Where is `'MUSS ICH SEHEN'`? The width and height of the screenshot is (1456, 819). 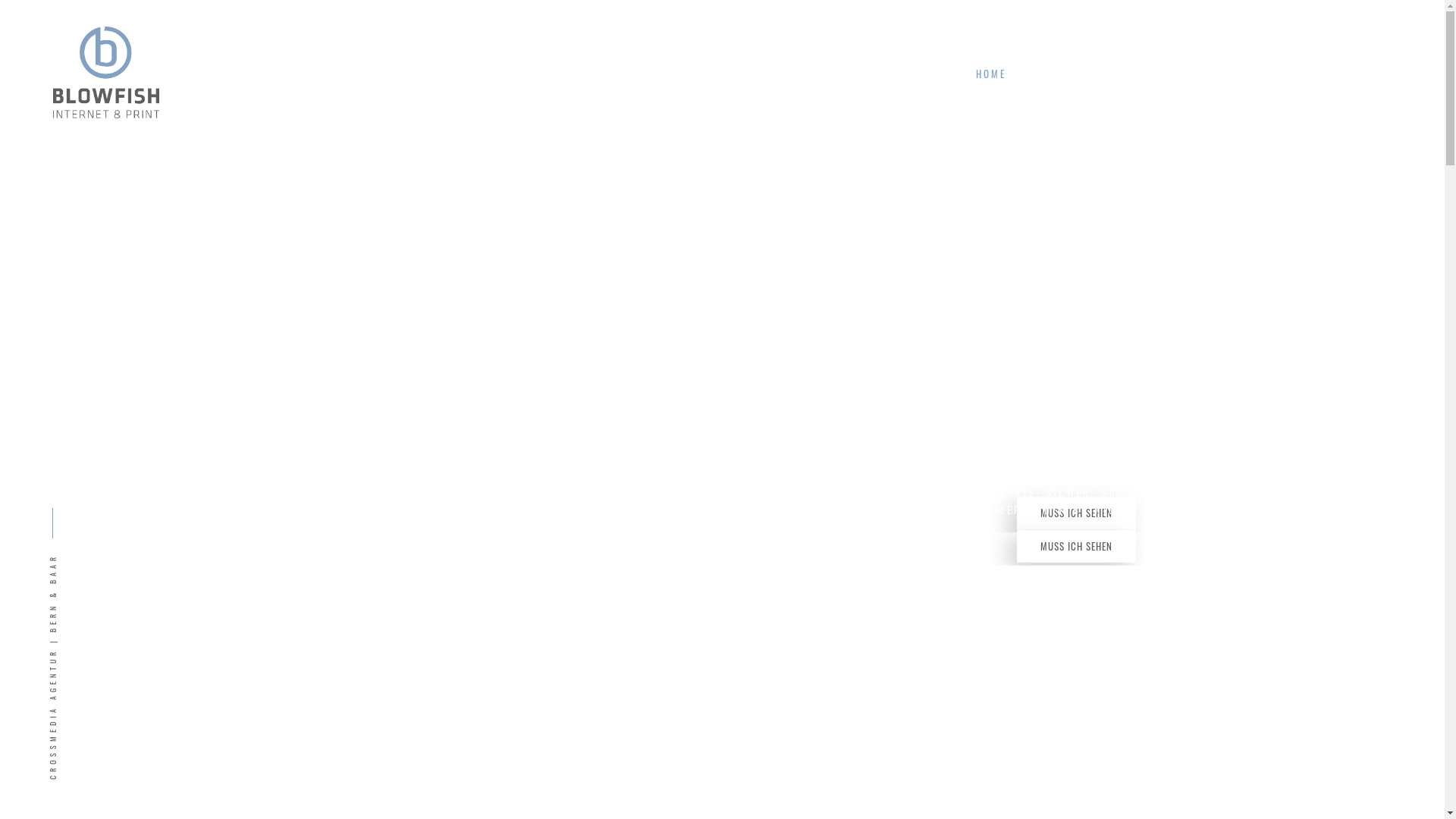 'MUSS ICH SEHEN' is located at coordinates (1075, 546).